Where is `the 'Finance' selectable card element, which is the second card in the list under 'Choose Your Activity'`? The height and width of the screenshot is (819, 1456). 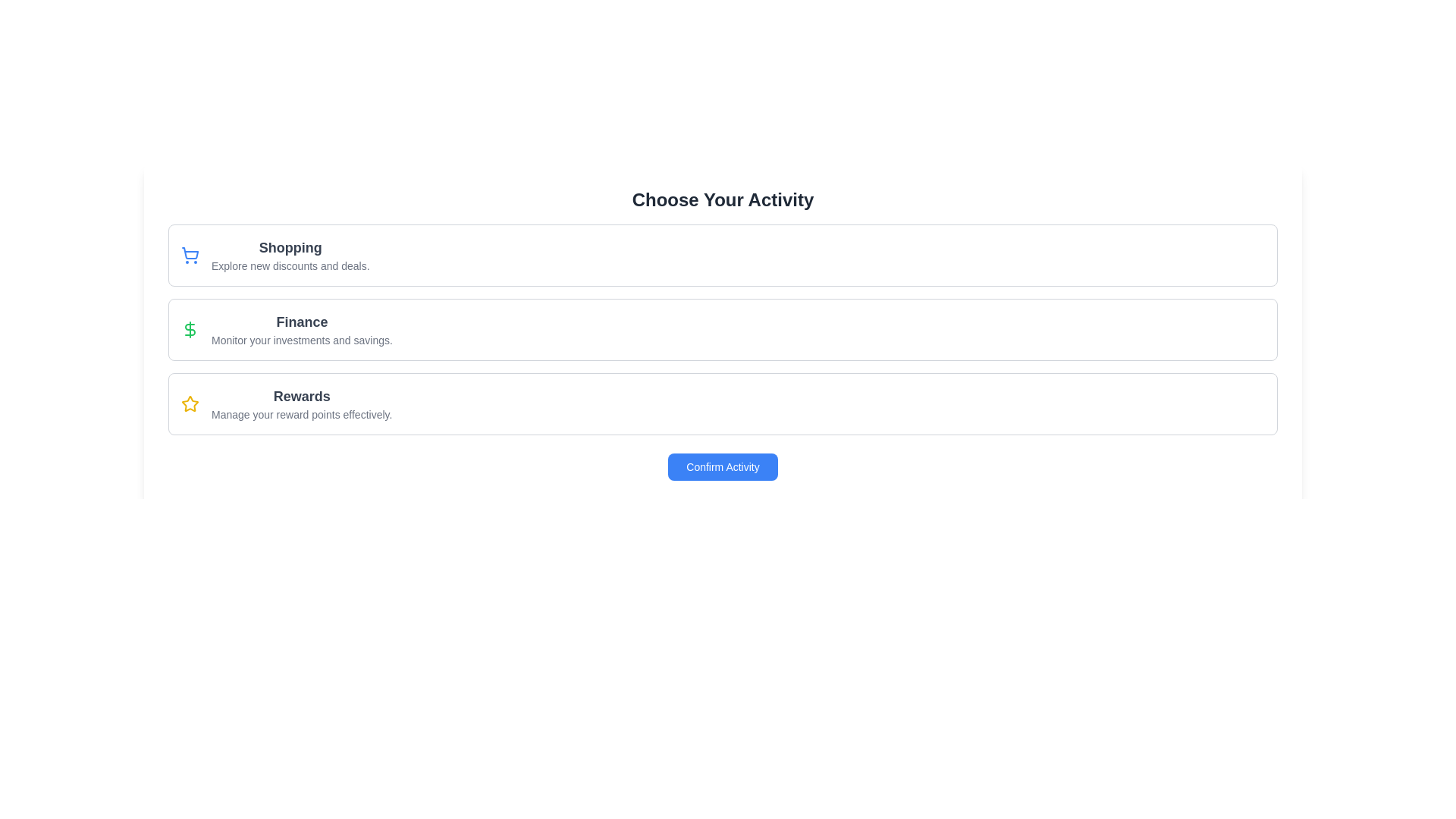 the 'Finance' selectable card element, which is the second card in the list under 'Choose Your Activity' is located at coordinates (722, 329).